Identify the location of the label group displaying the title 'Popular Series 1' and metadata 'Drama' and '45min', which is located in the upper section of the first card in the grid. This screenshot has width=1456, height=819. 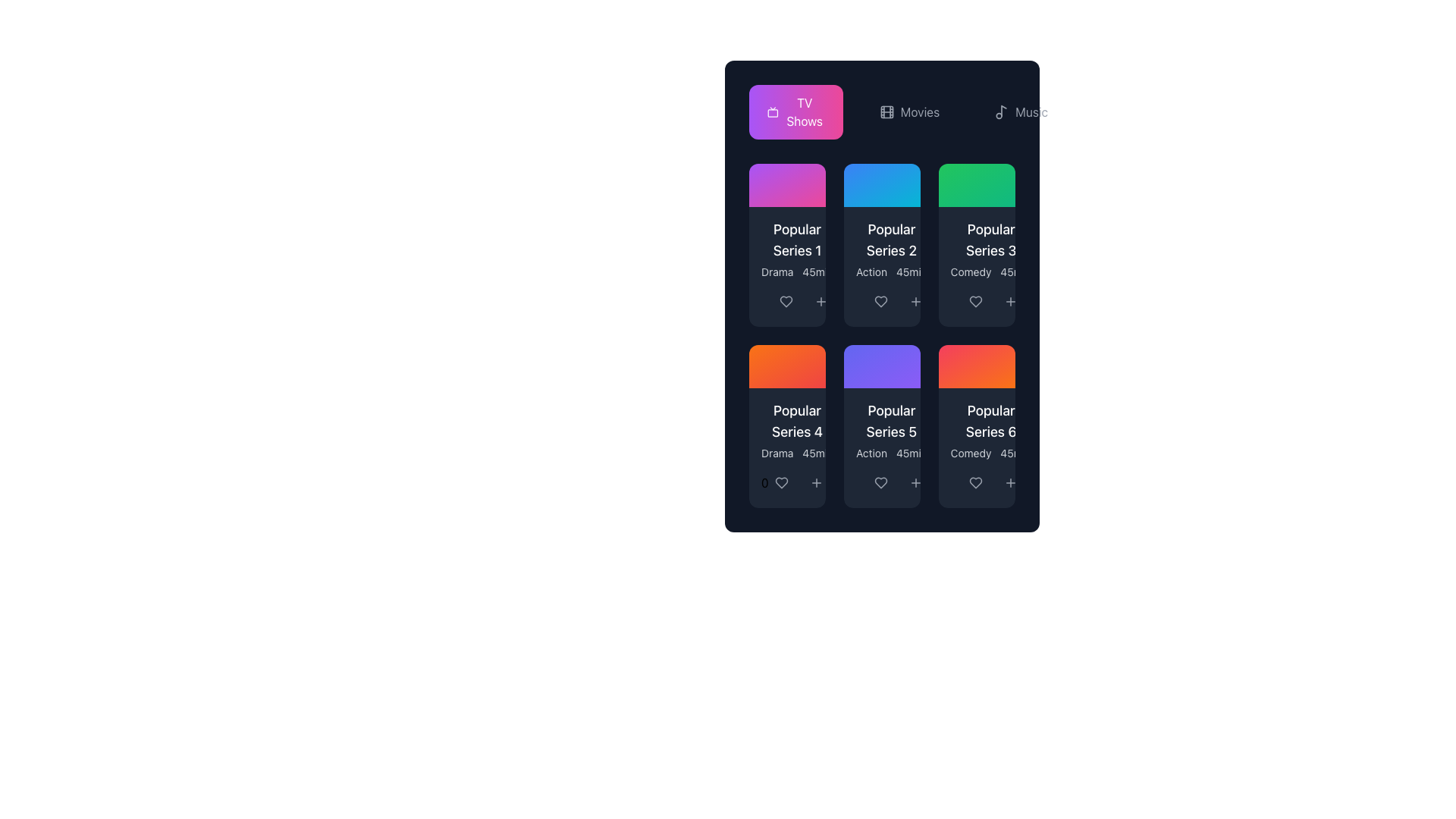
(796, 248).